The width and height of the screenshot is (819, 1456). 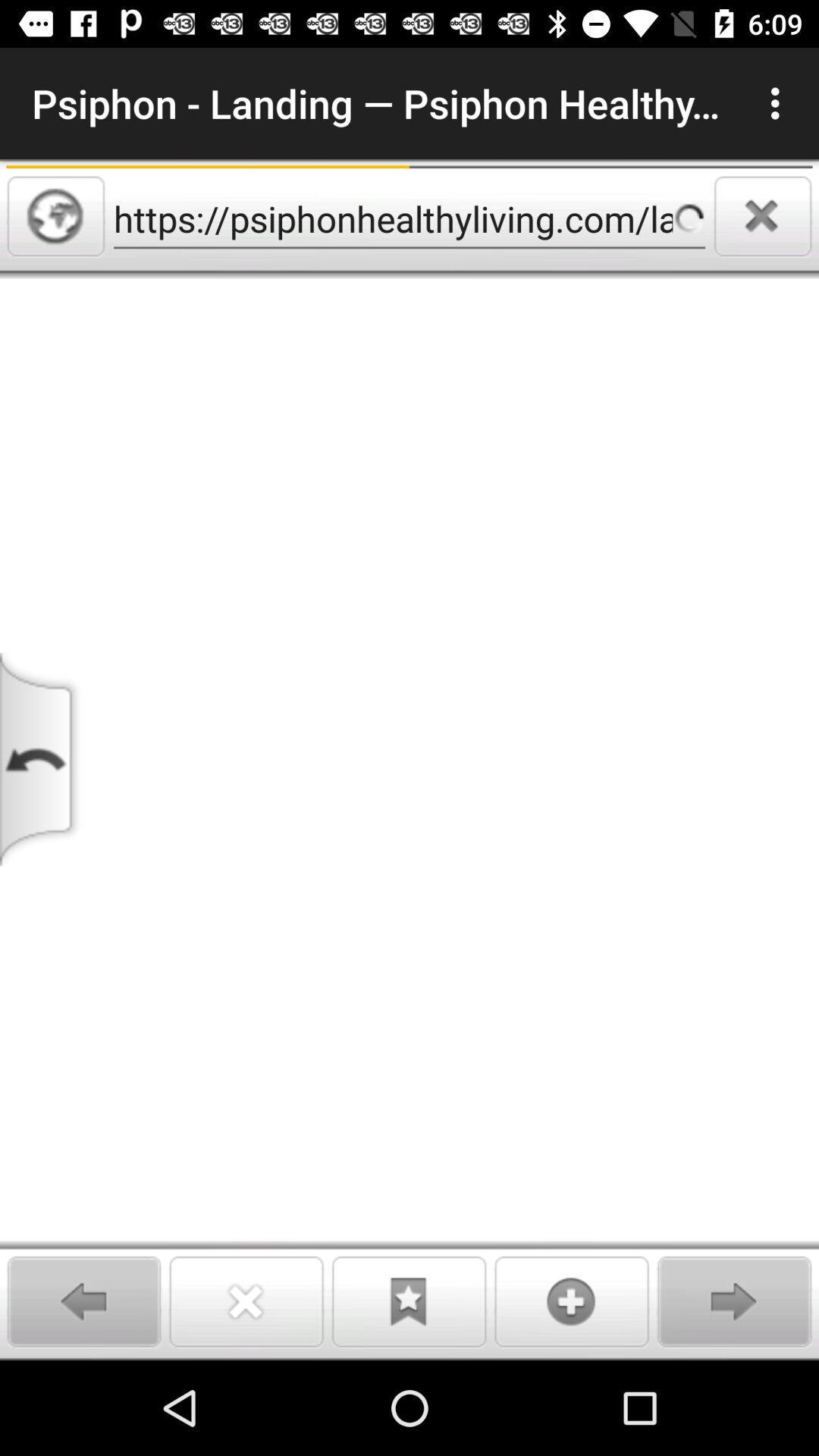 What do you see at coordinates (41, 759) in the screenshot?
I see `return previous page` at bounding box center [41, 759].